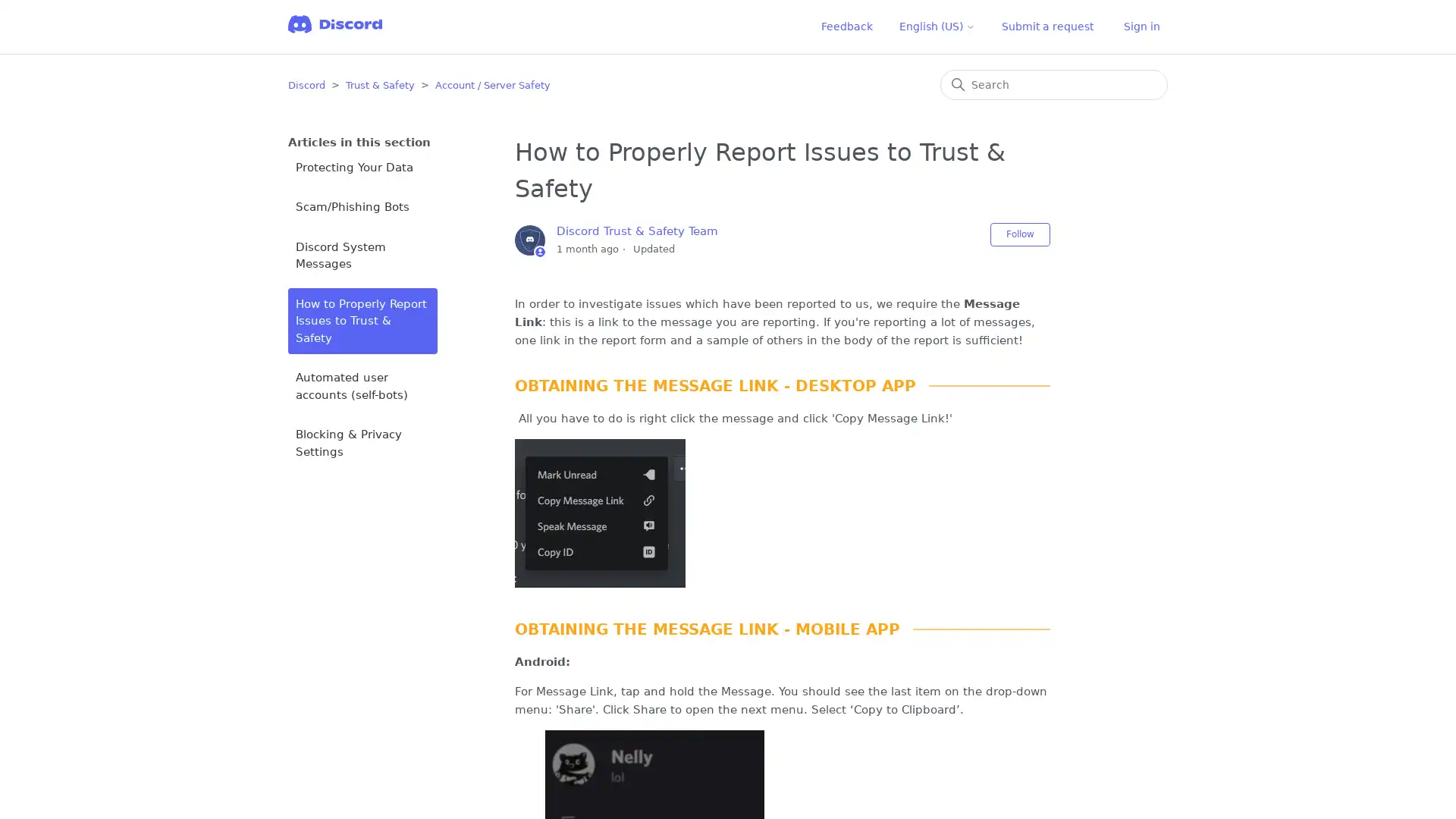 The image size is (1456, 819). Describe the element at coordinates (1142, 27) in the screenshot. I see `Sign in` at that location.